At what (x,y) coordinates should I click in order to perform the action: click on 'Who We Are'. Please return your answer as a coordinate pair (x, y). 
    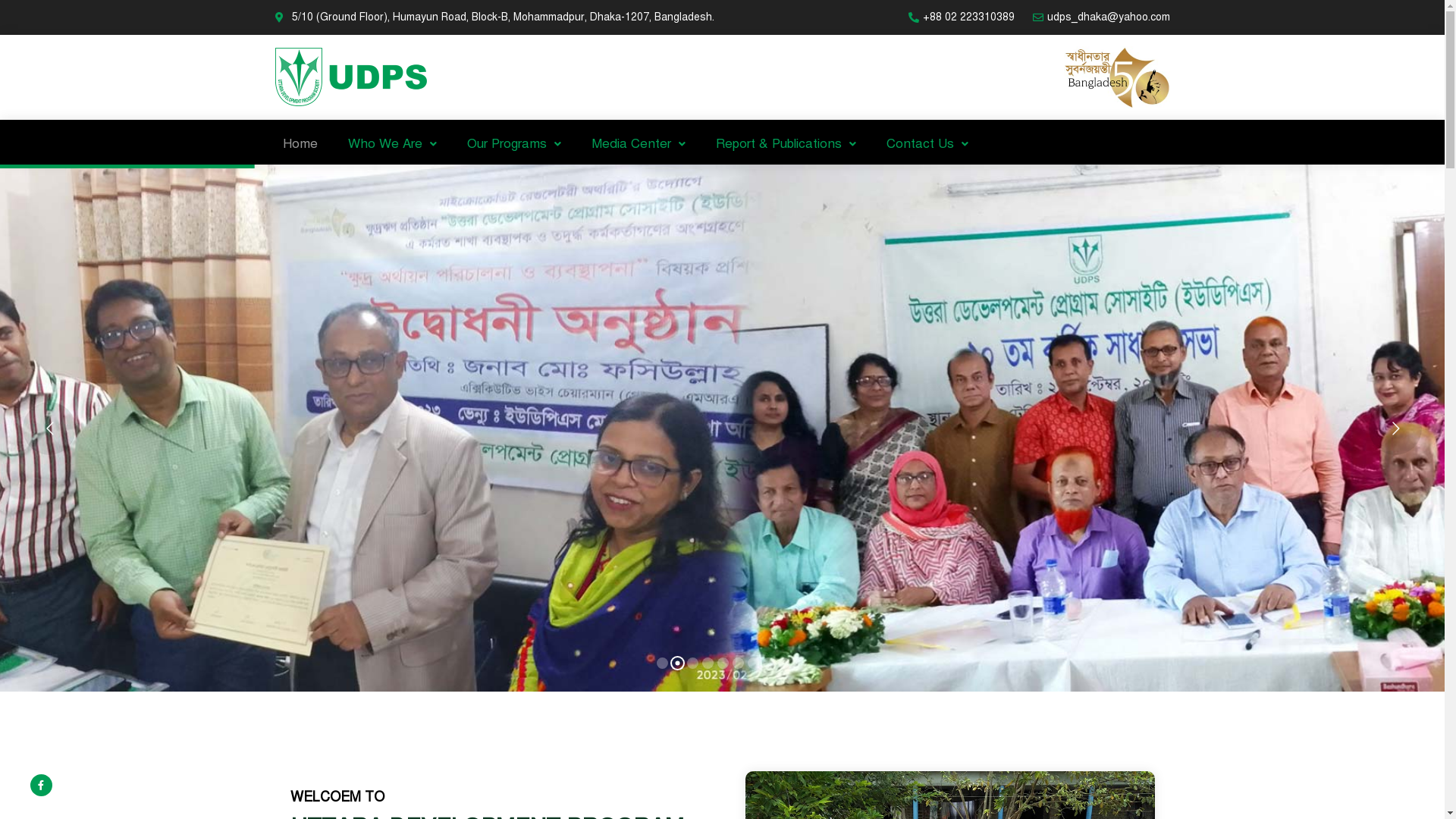
    Looking at the image, I should click on (331, 143).